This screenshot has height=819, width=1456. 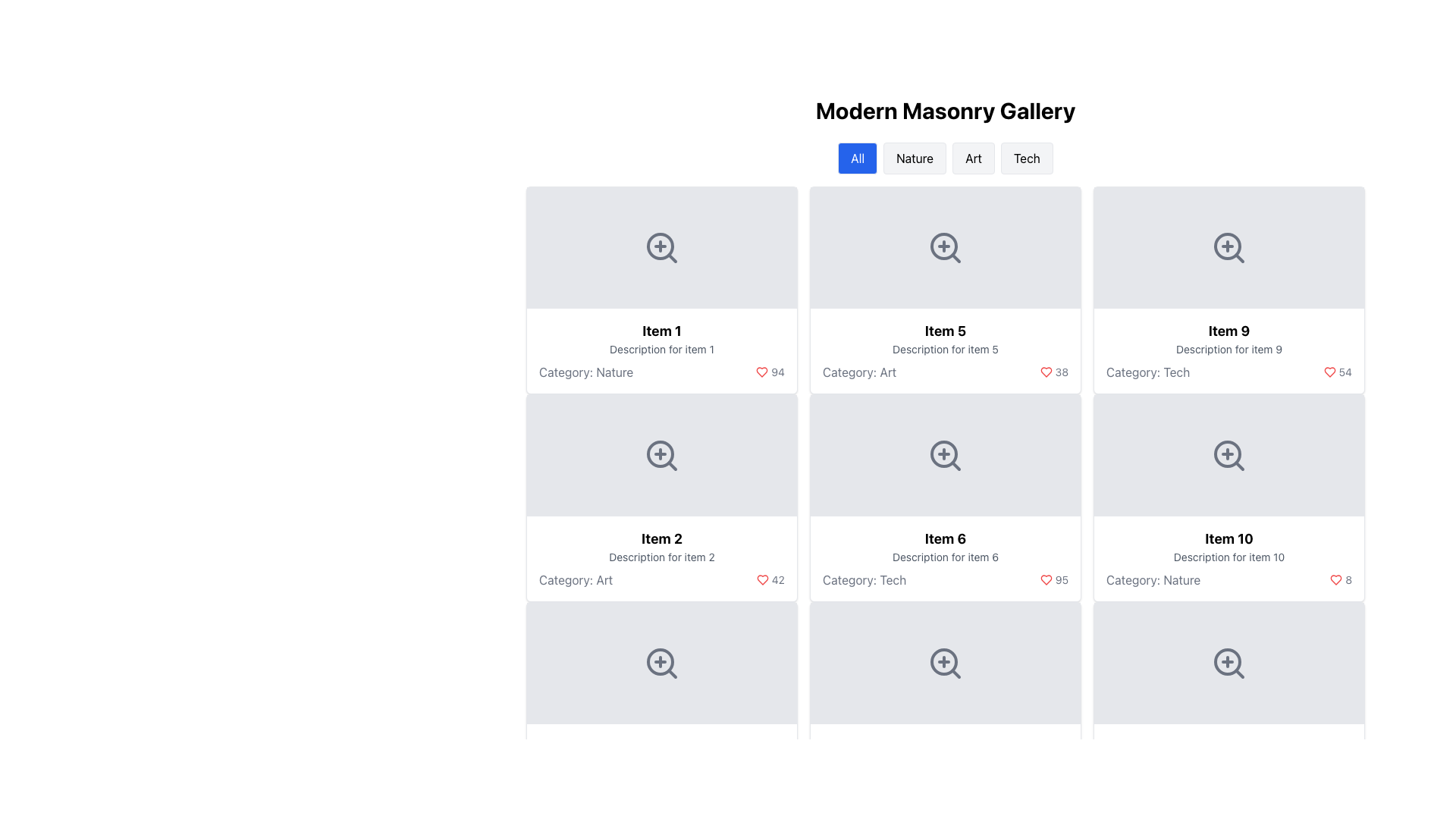 What do you see at coordinates (662, 455) in the screenshot?
I see `the rectangular light gray area at the top of the 'Item 2' block, which contains a centered dark gray magnifying glass icon with a plus sign` at bounding box center [662, 455].